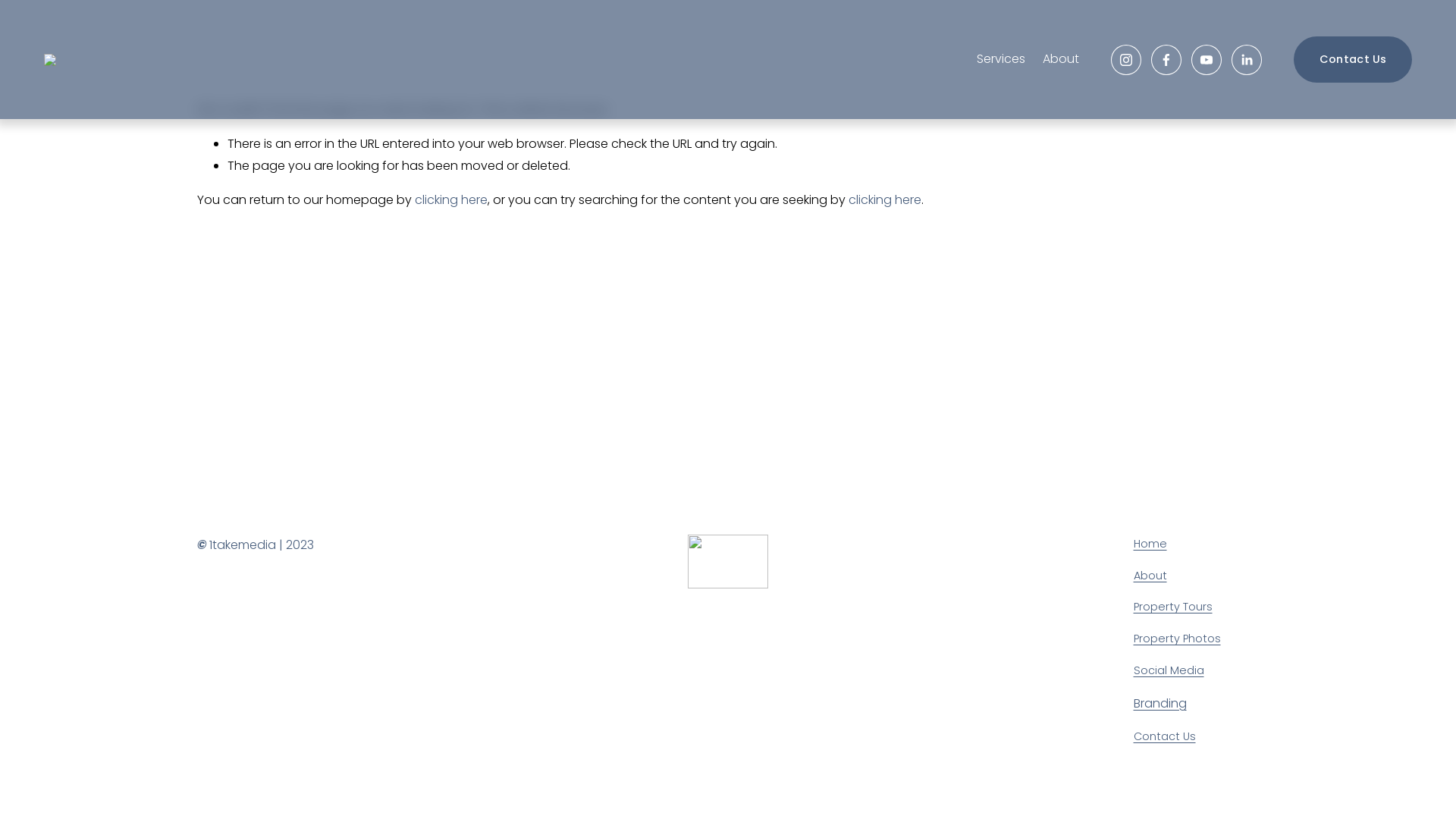  I want to click on 'Property Photos', so click(1176, 639).